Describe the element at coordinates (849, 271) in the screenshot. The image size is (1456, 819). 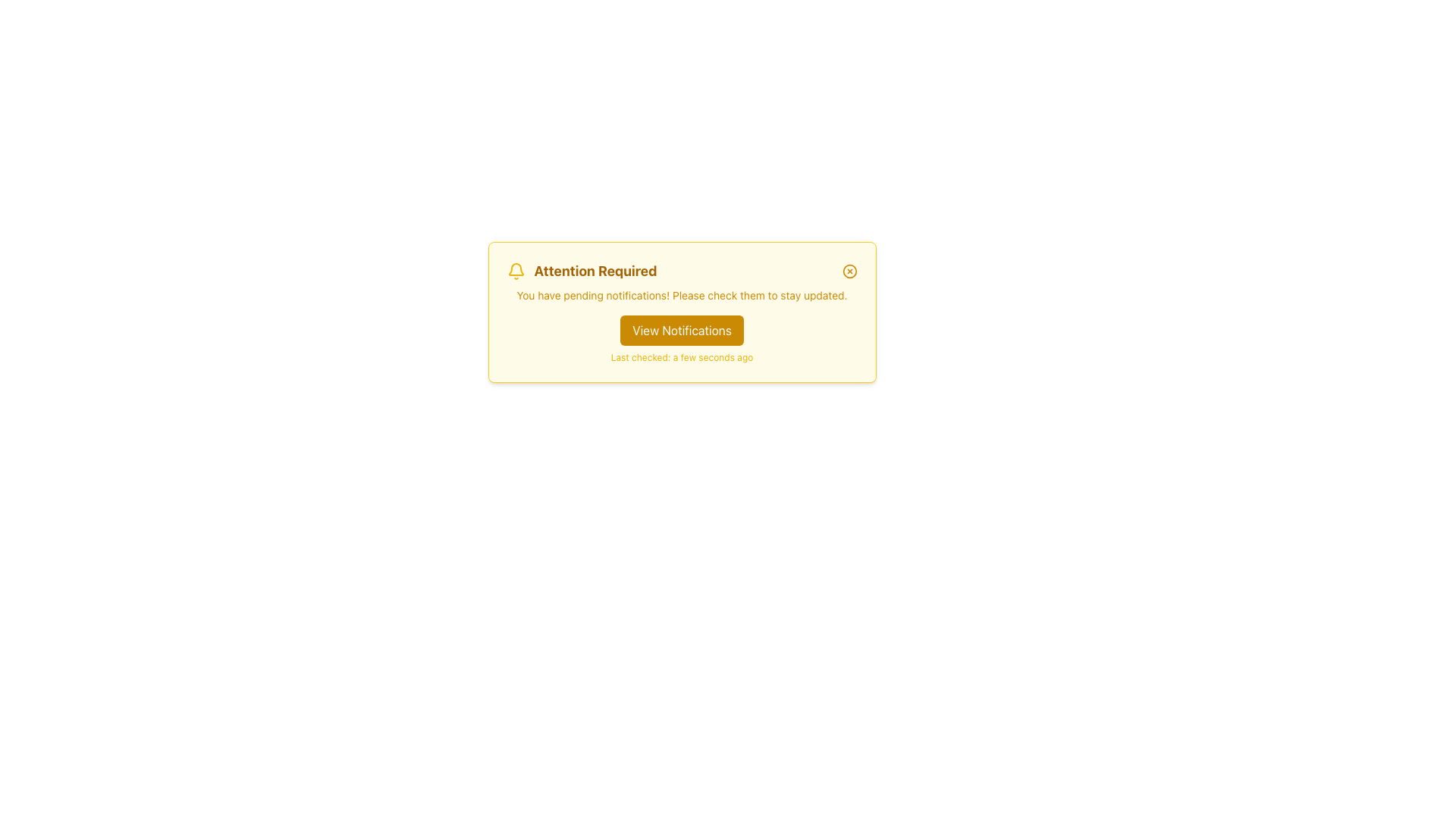
I see `the close button located at the upper right corner of the notification card` at that location.